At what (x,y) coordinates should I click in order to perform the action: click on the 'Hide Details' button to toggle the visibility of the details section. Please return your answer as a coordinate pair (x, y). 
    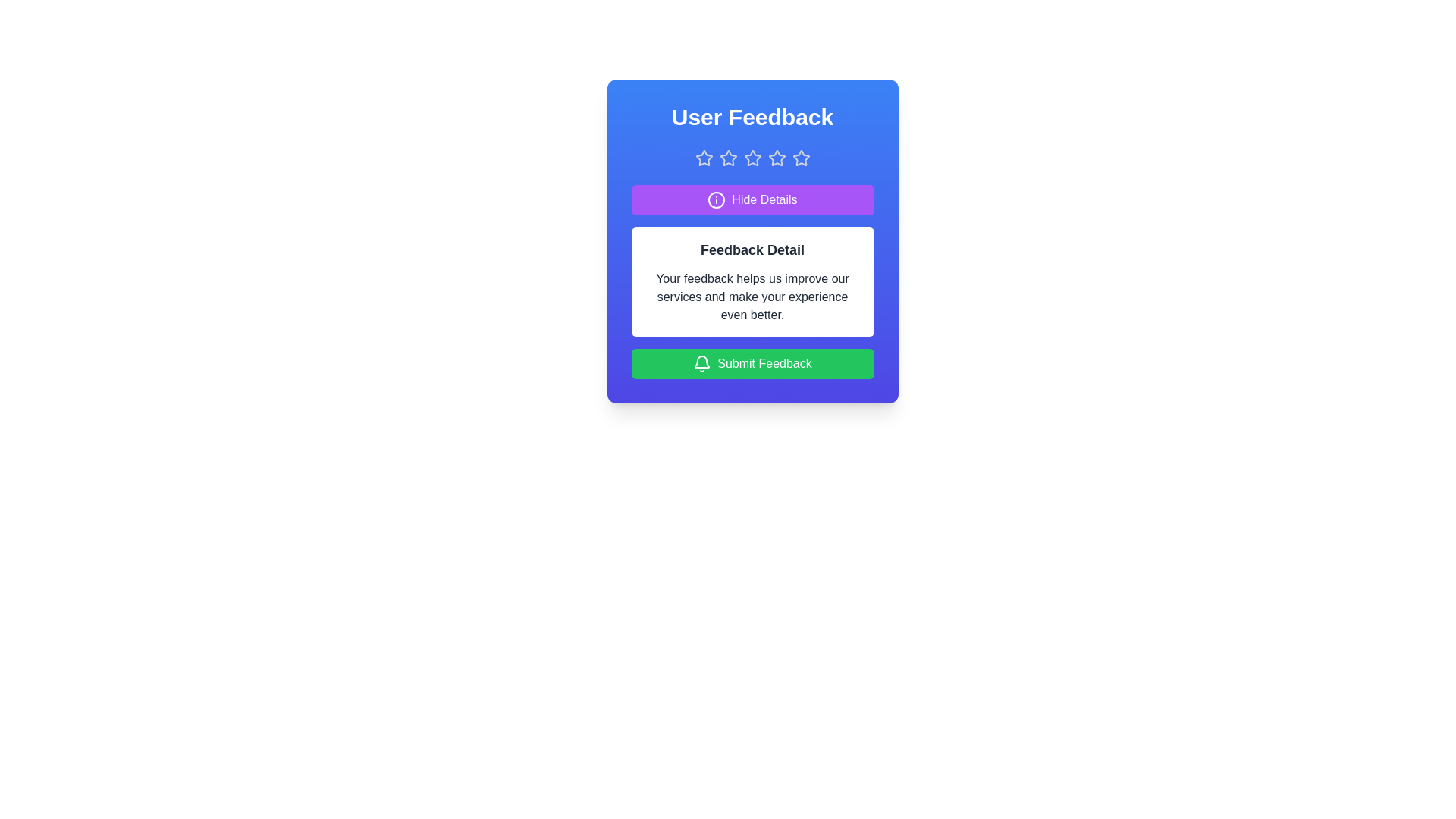
    Looking at the image, I should click on (752, 199).